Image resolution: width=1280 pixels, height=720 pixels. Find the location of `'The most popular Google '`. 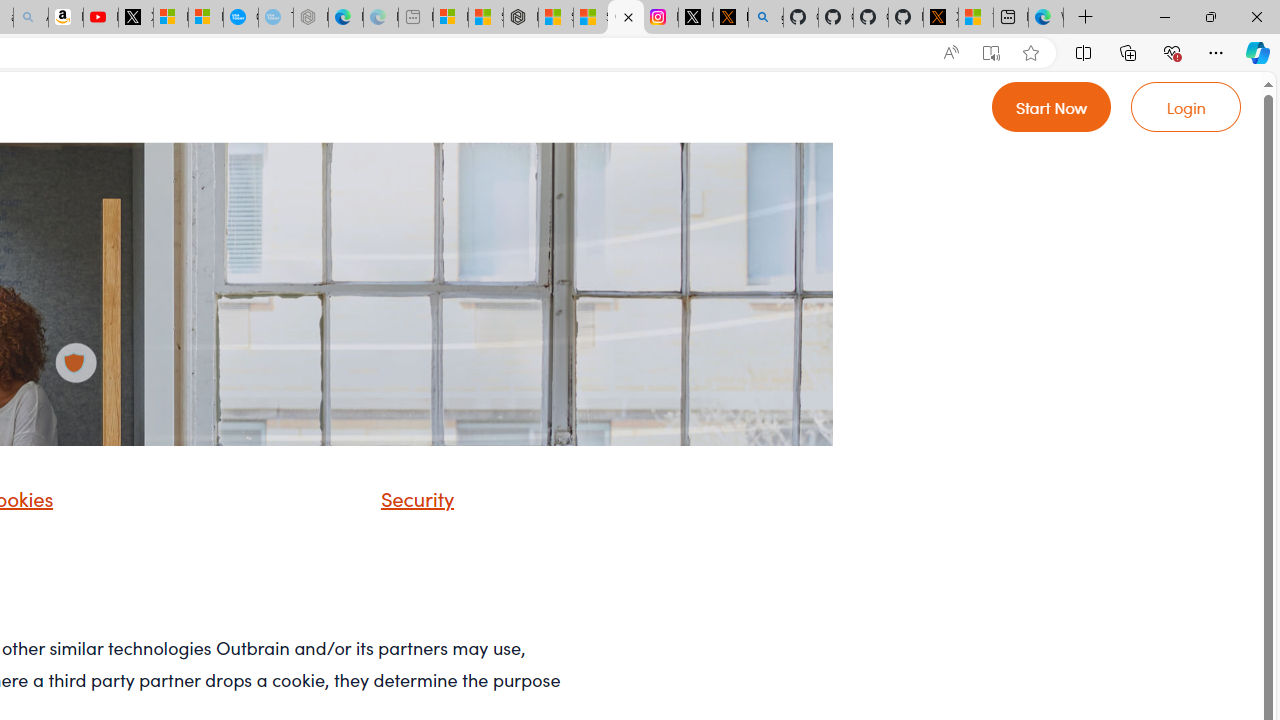

'The most popular Google ' is located at coordinates (274, 17).